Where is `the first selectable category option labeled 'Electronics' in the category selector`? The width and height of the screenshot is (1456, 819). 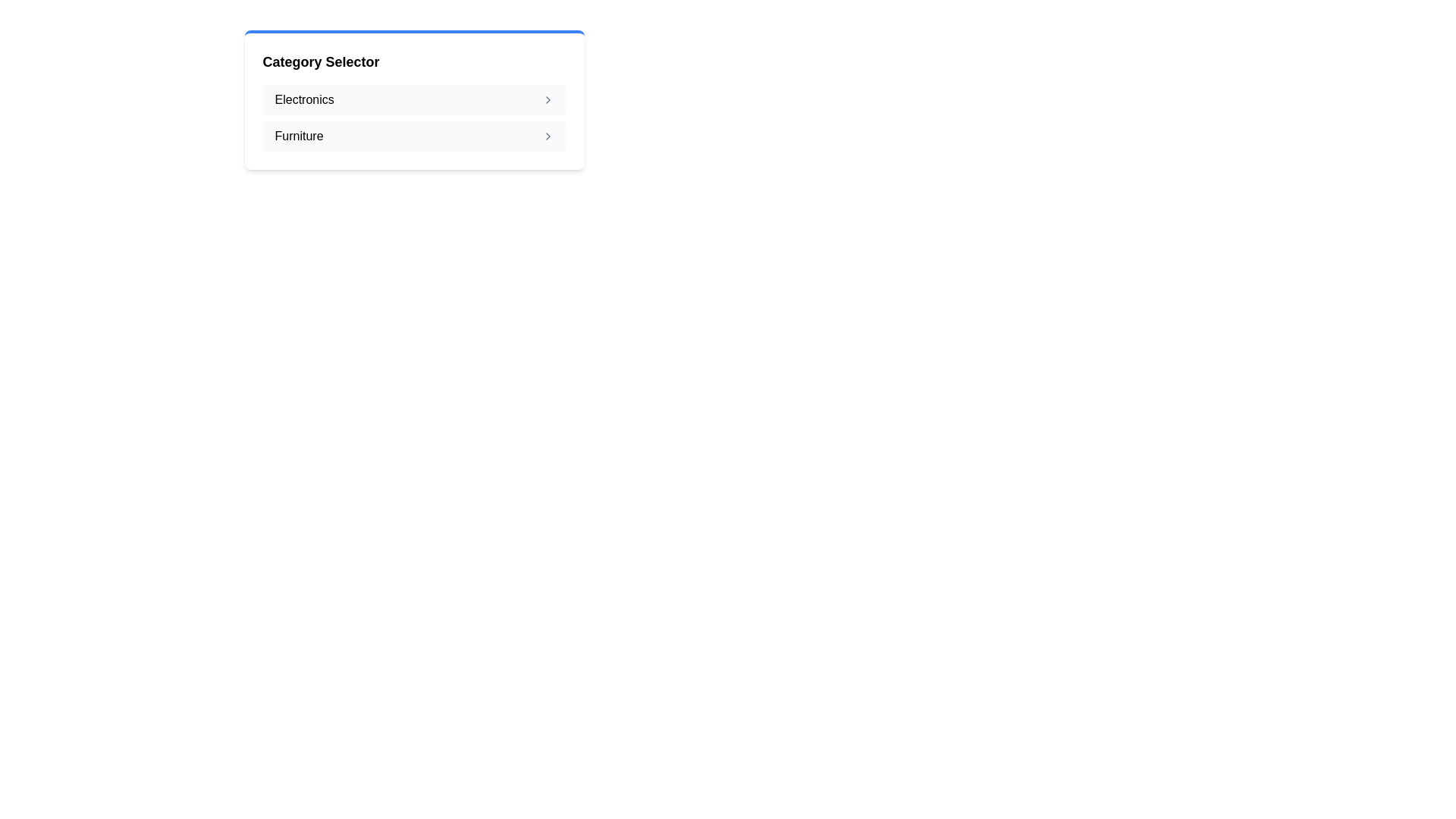
the first selectable category option labeled 'Electronics' in the category selector is located at coordinates (414, 99).